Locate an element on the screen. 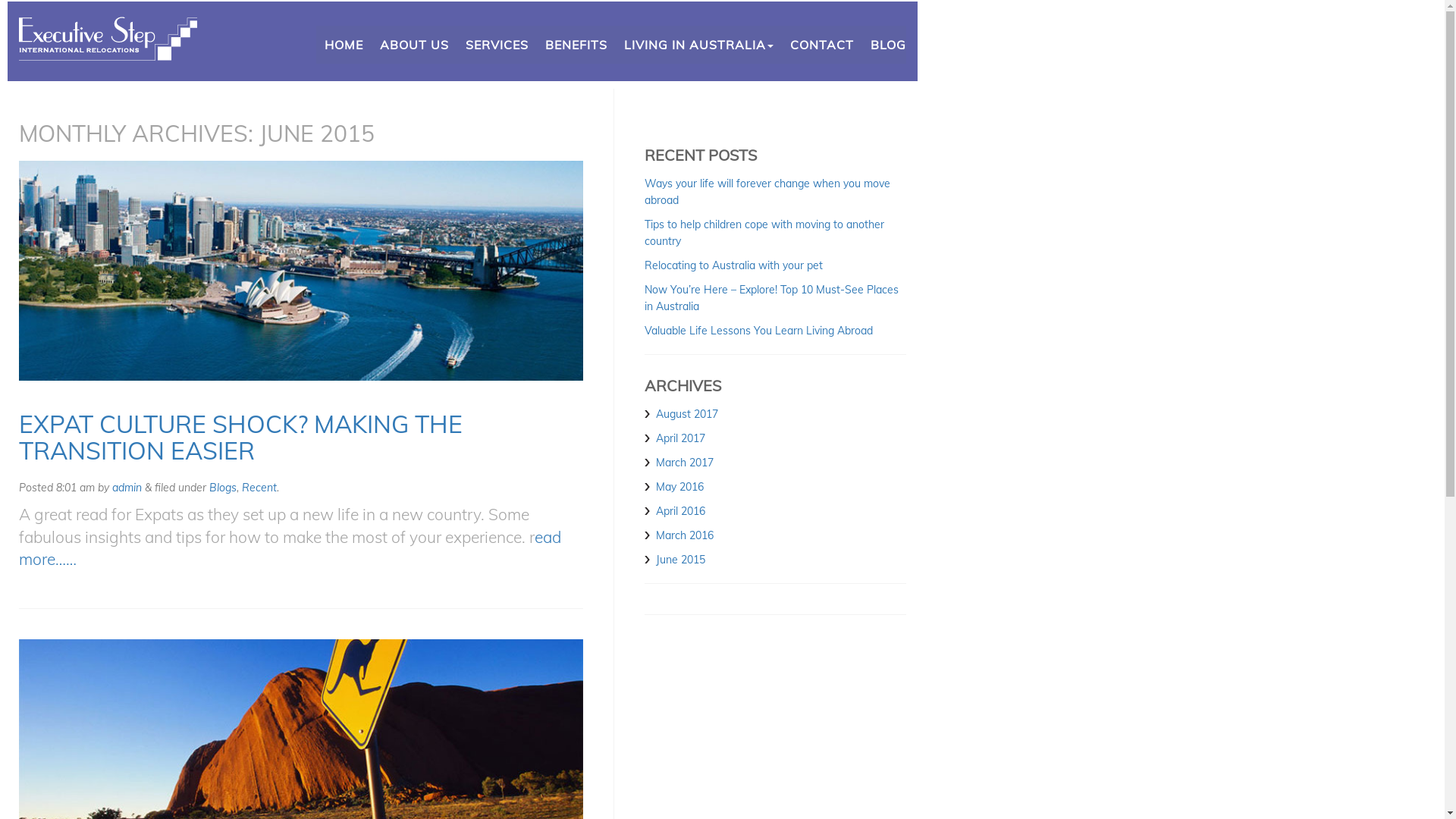 The width and height of the screenshot is (1456, 819). 'International Relocators' is located at coordinates (112, 48).